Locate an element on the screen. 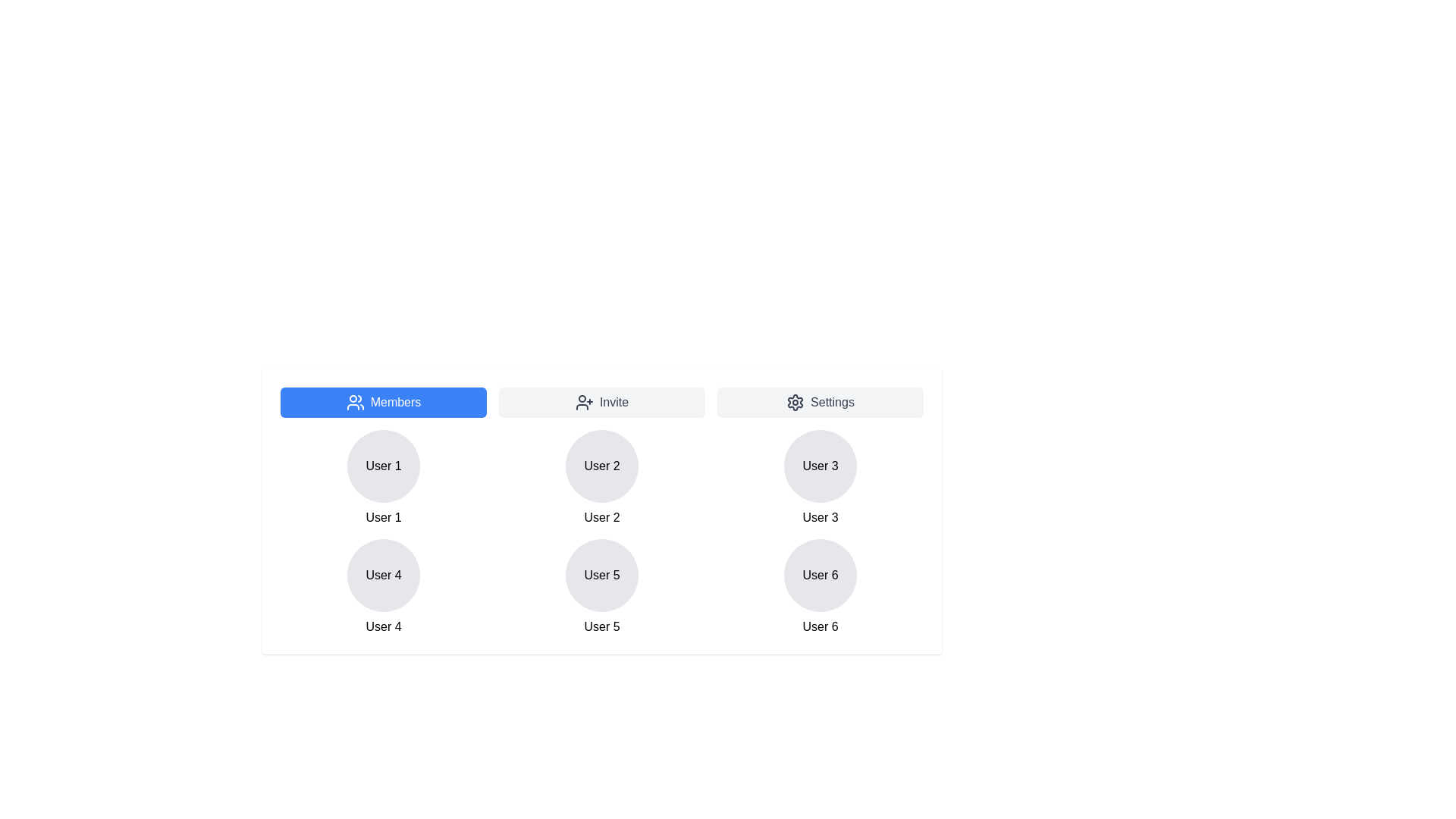  the gear icon located in the upper-right section of the interface, beneath the header is located at coordinates (795, 402).